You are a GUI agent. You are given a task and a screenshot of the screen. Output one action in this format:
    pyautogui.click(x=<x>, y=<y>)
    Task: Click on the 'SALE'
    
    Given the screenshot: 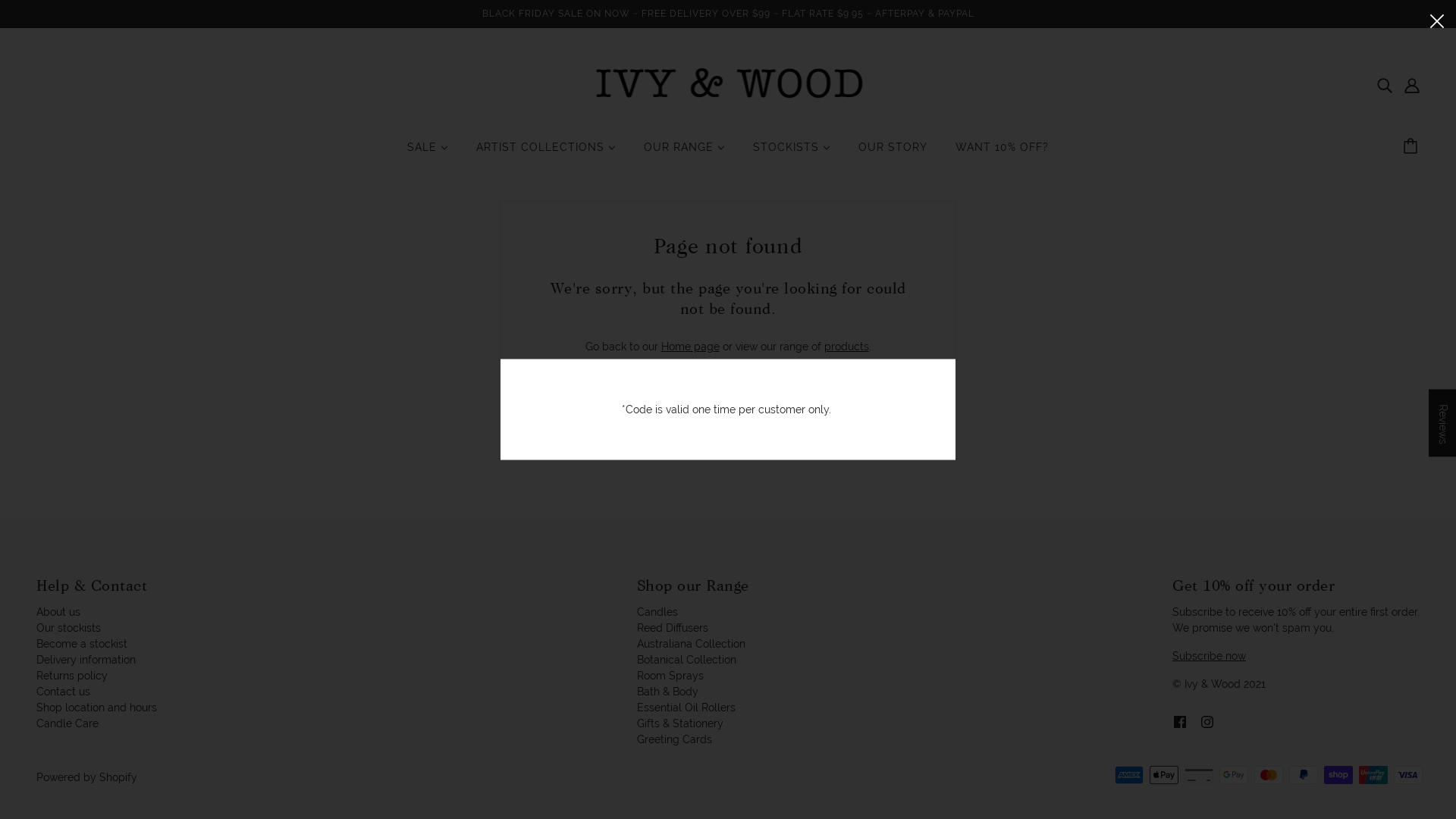 What is the action you would take?
    pyautogui.click(x=427, y=152)
    